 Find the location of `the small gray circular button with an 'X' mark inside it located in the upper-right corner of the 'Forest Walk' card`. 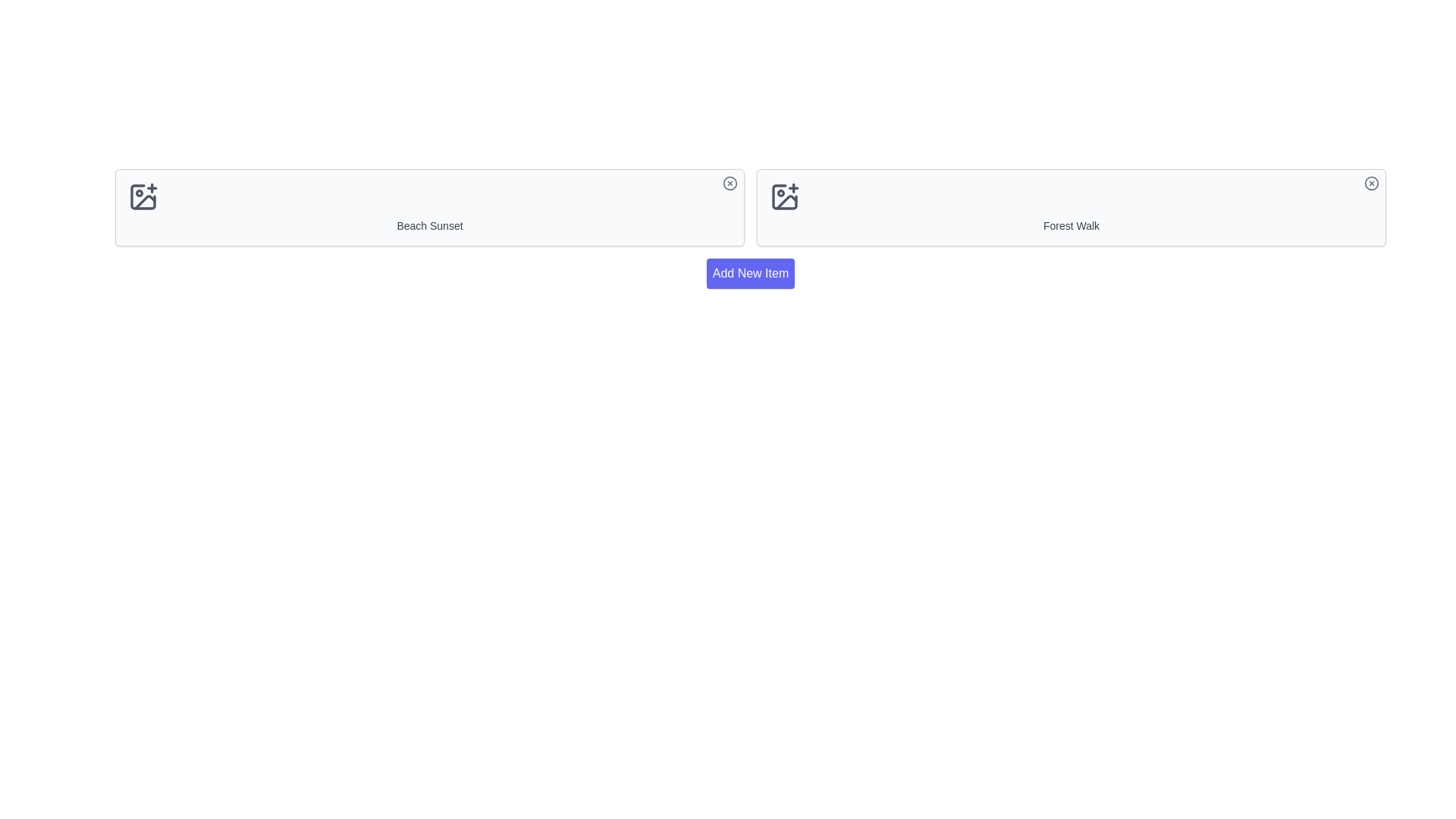

the small gray circular button with an 'X' mark inside it located in the upper-right corner of the 'Forest Walk' card is located at coordinates (1372, 183).